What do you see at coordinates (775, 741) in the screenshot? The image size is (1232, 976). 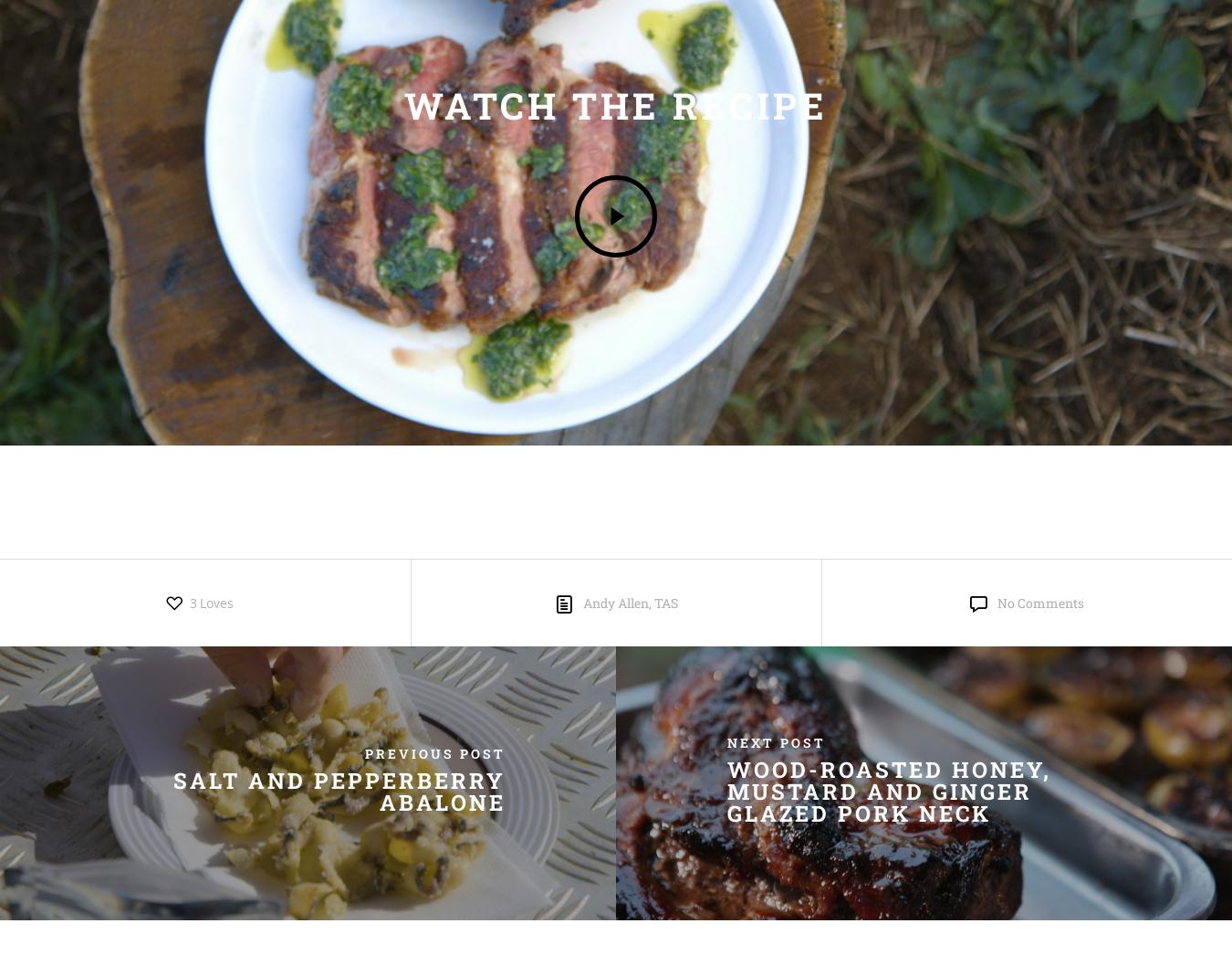 I see `'Next Post'` at bounding box center [775, 741].